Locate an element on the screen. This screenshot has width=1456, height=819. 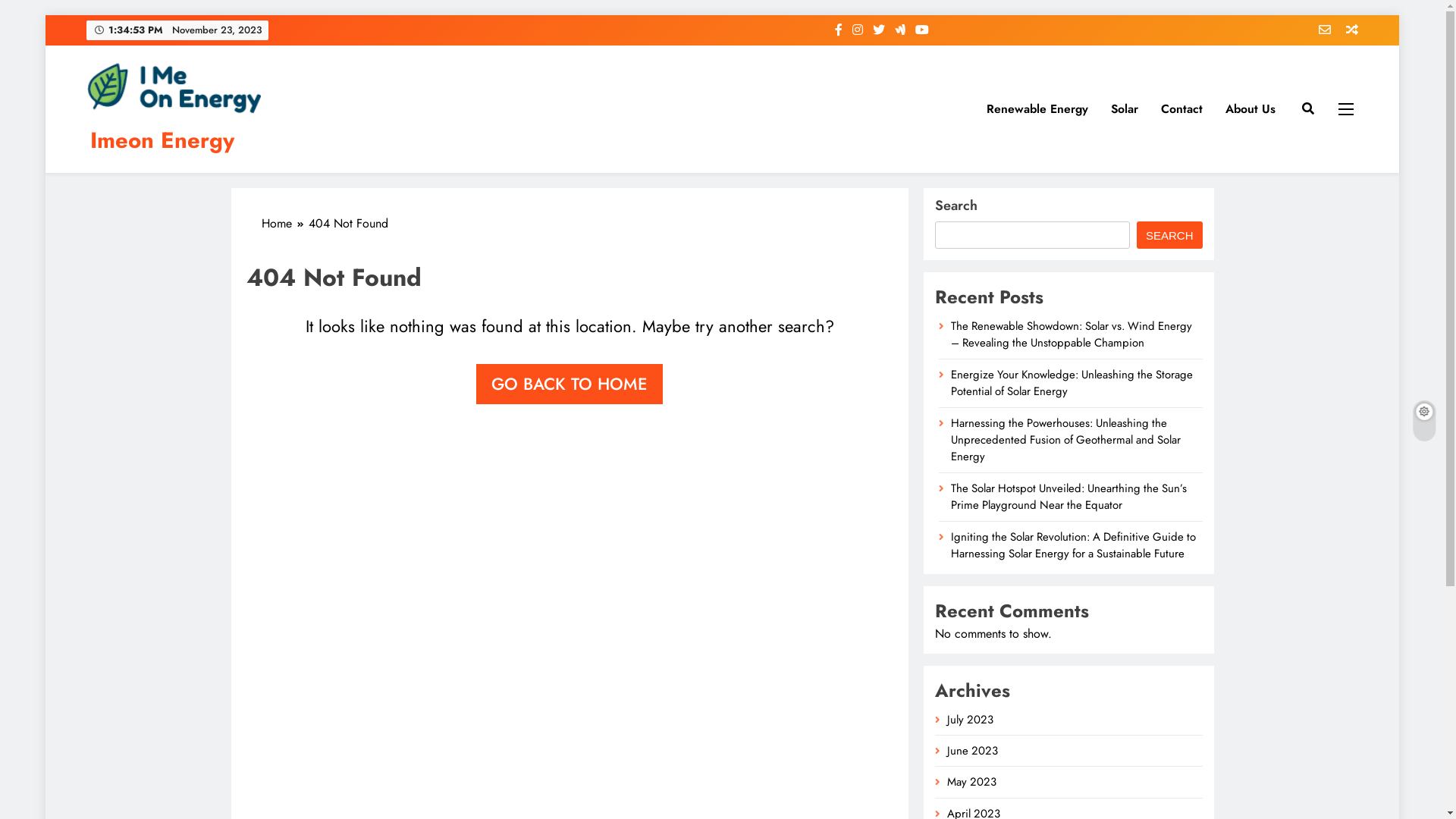
'May 2023' is located at coordinates (971, 781).